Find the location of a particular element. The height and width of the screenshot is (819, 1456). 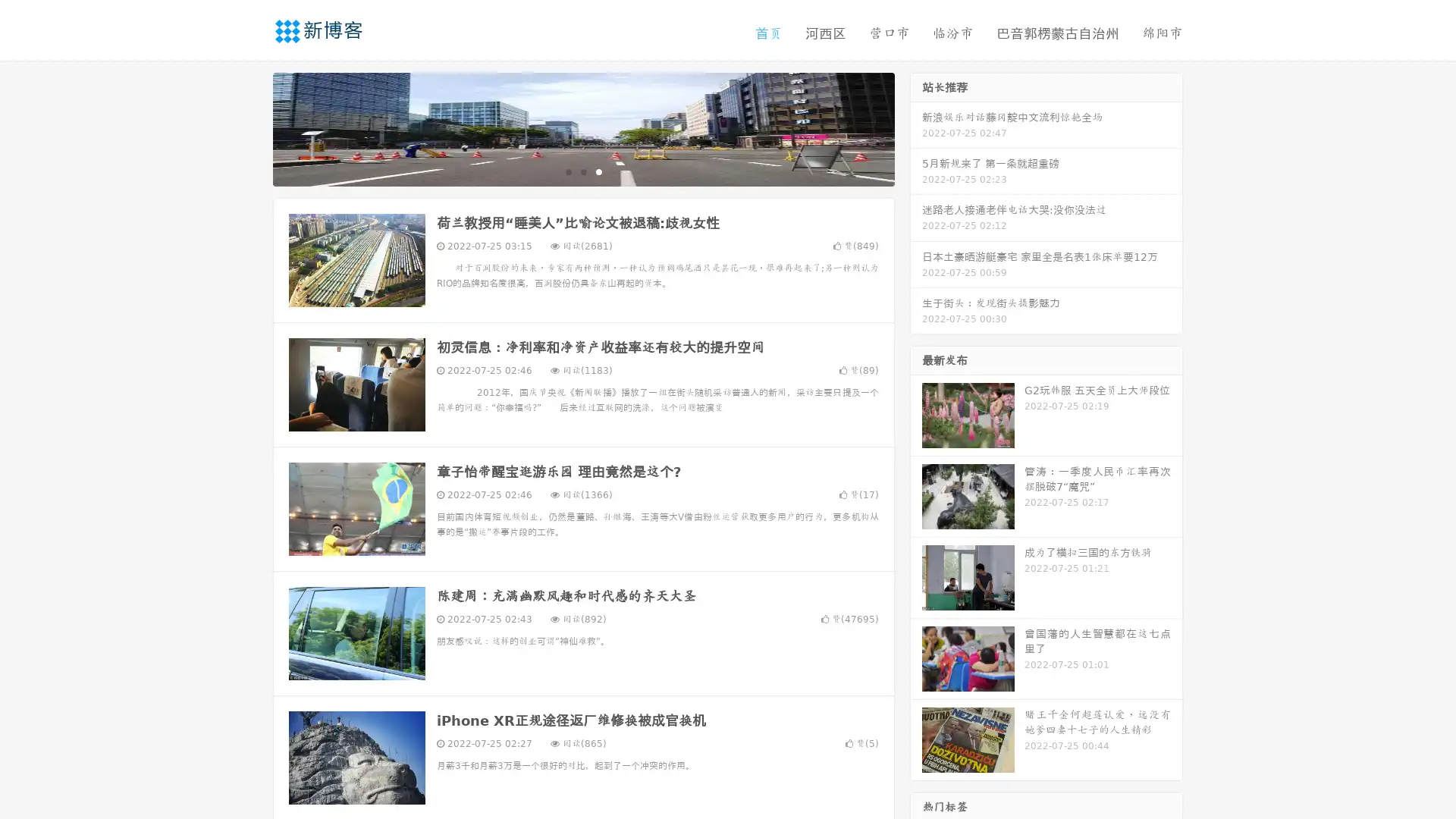

Next slide is located at coordinates (916, 127).